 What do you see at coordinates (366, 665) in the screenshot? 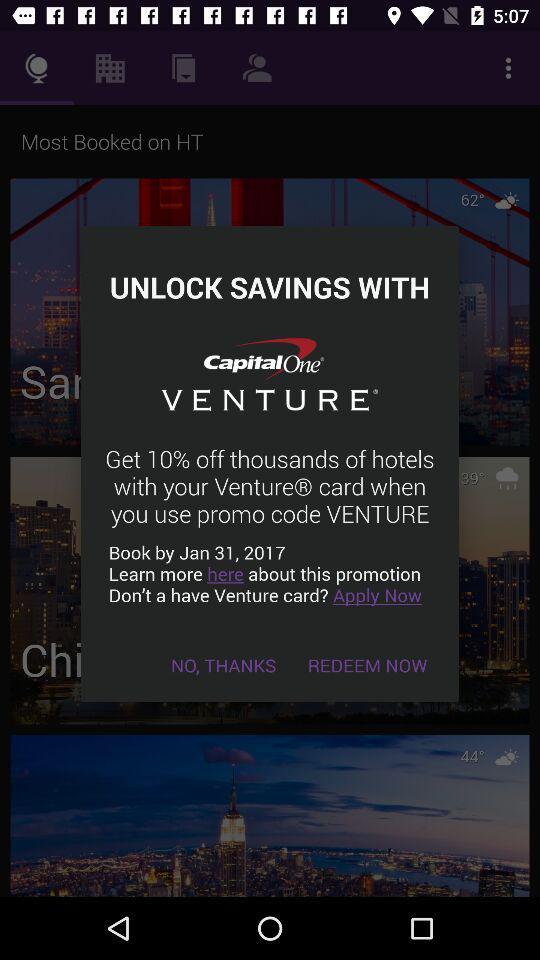
I see `the redeem now item` at bounding box center [366, 665].